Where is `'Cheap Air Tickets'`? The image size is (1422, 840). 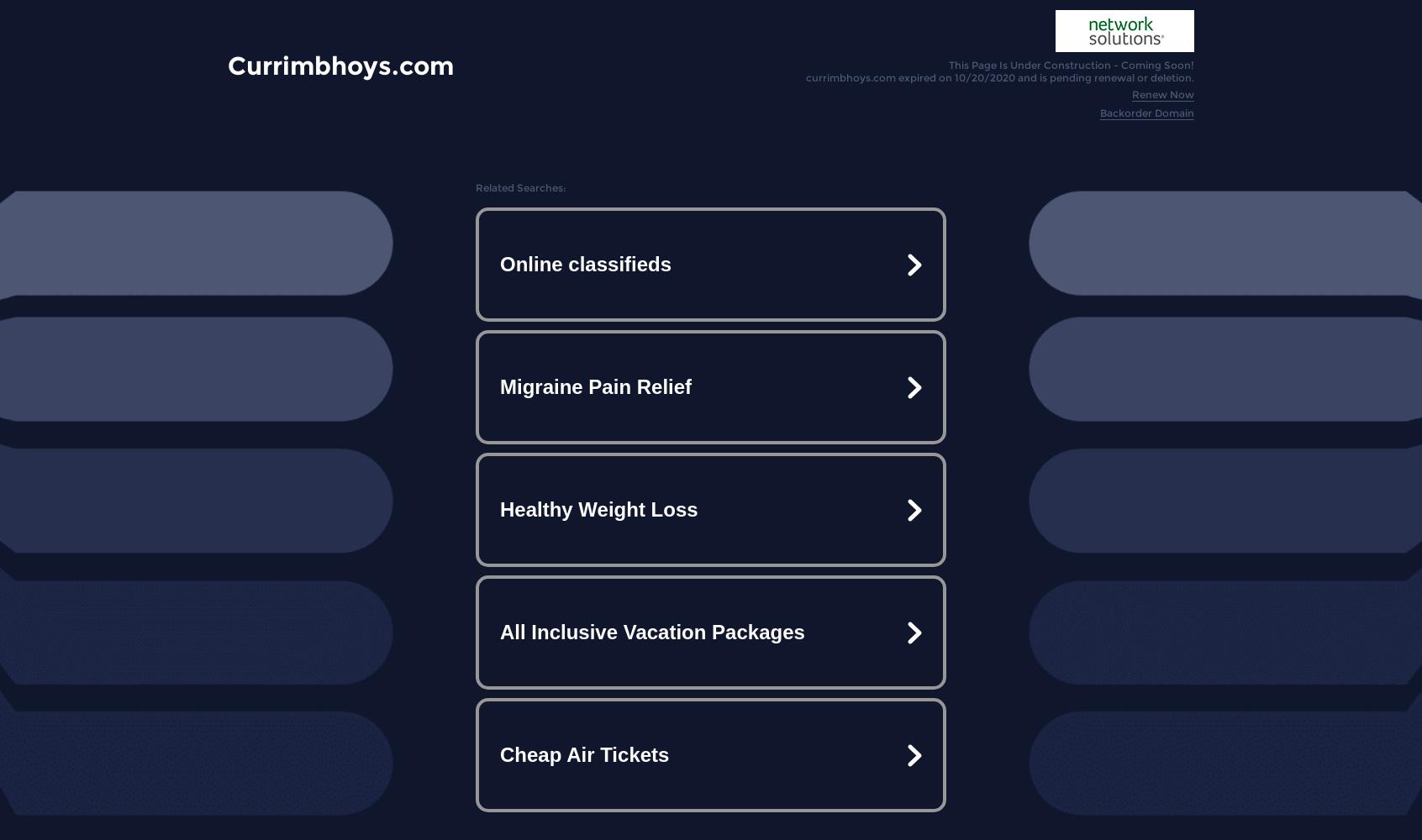
'Cheap Air Tickets' is located at coordinates (584, 754).